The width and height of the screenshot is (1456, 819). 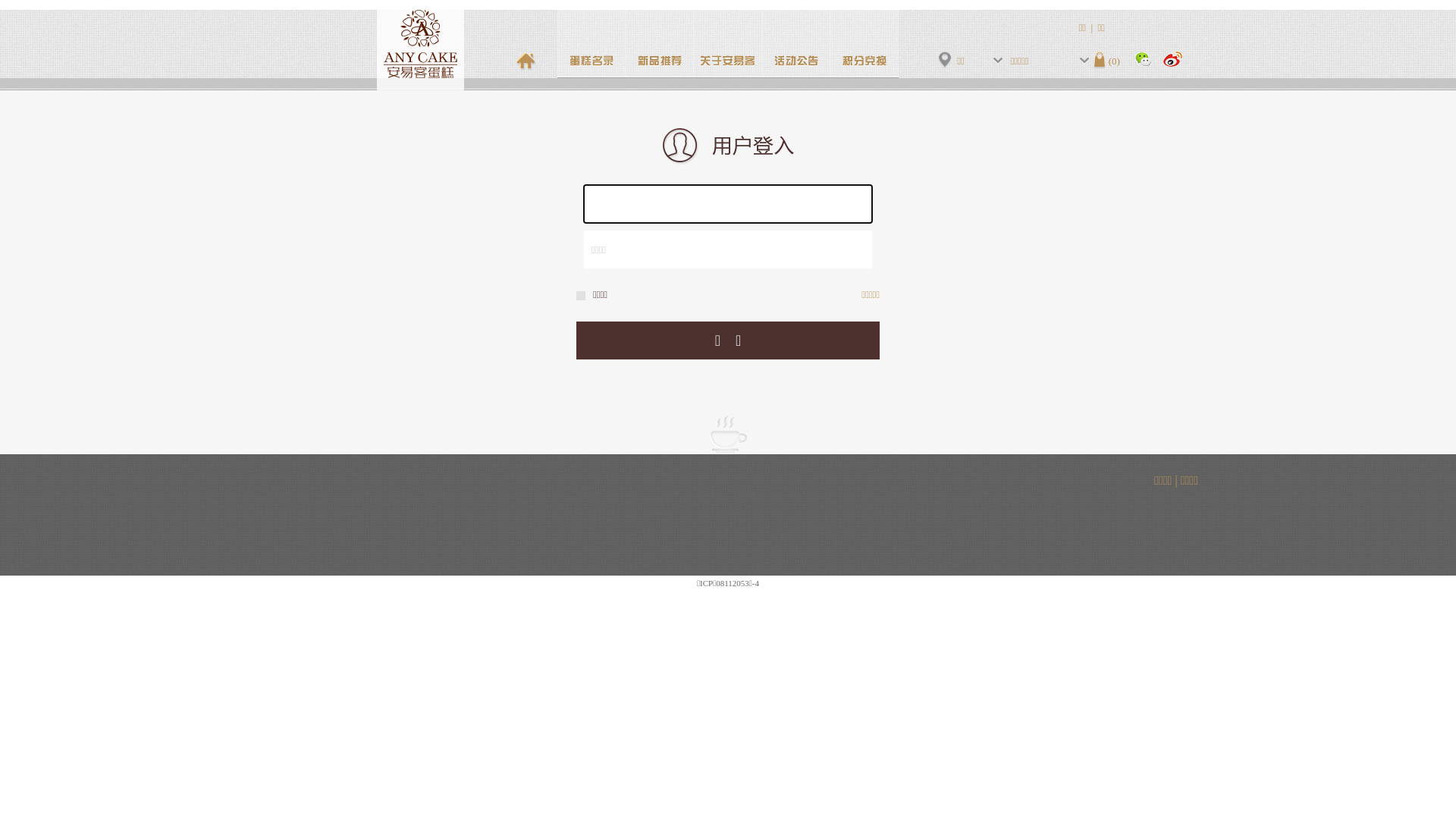 I want to click on '(0)', so click(x=1106, y=59).